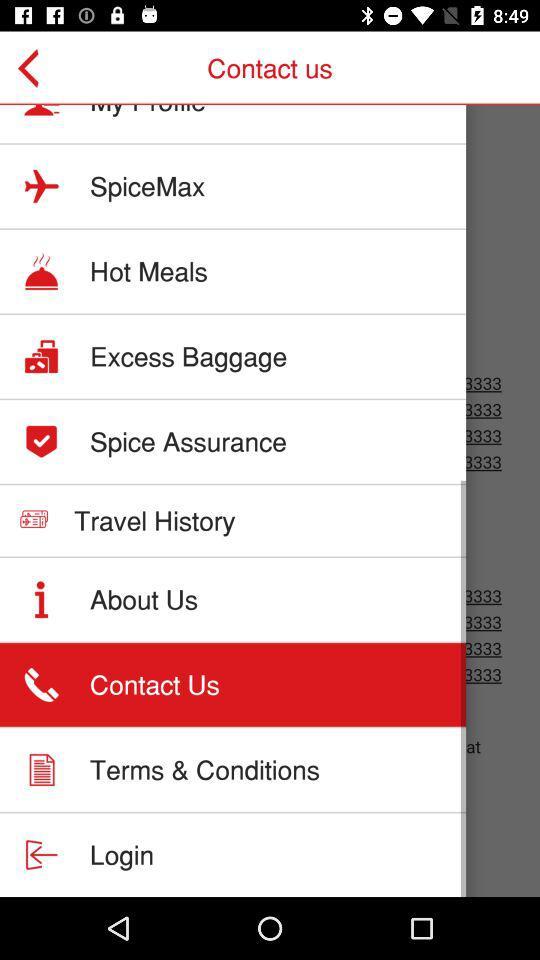 This screenshot has height=960, width=540. I want to click on the travel history, so click(153, 519).